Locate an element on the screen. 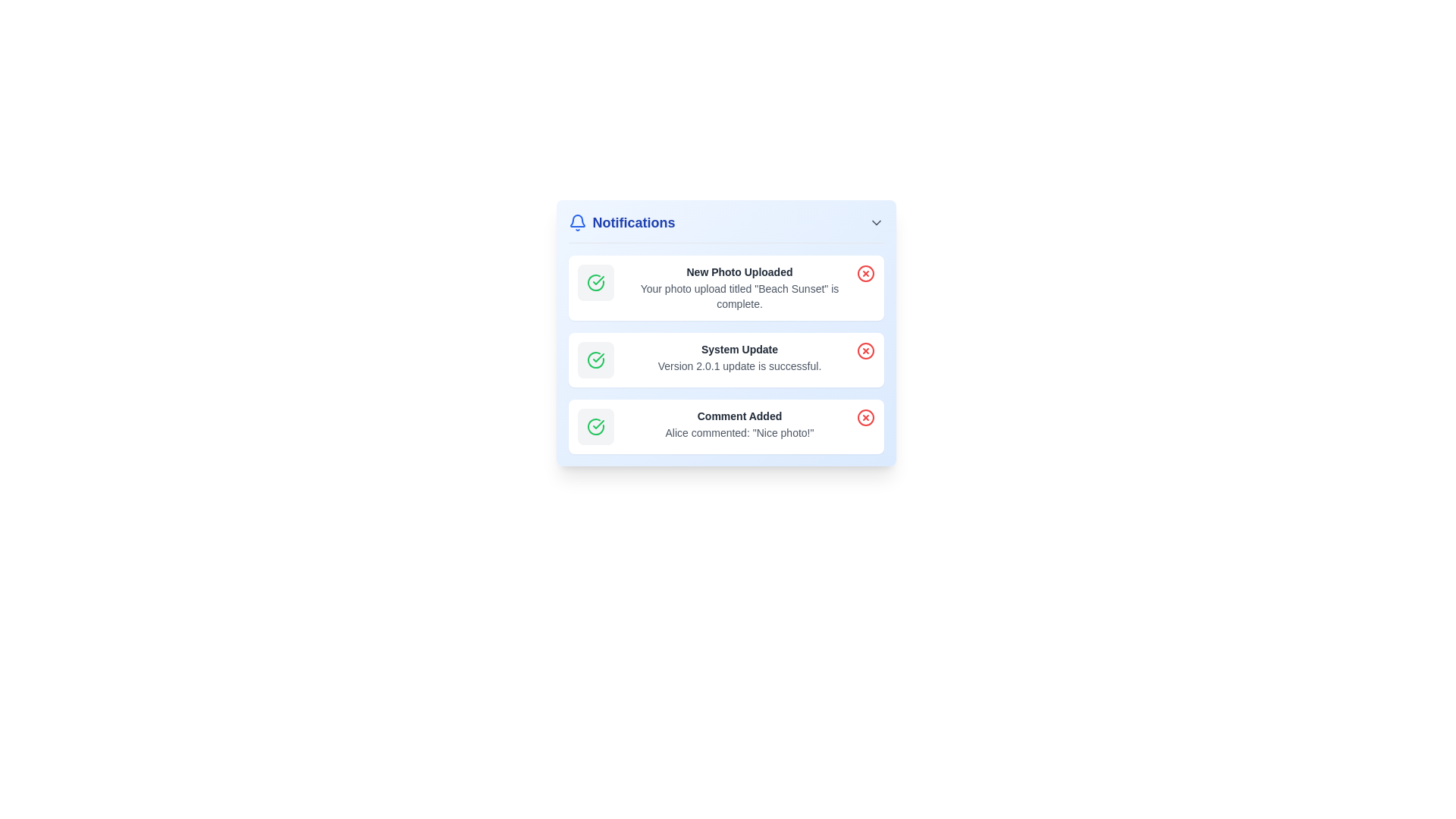 This screenshot has width=1456, height=819. the Decorative icon located to the left of the 'System Update' title in the notification list, indicating a successful action is located at coordinates (595, 359).